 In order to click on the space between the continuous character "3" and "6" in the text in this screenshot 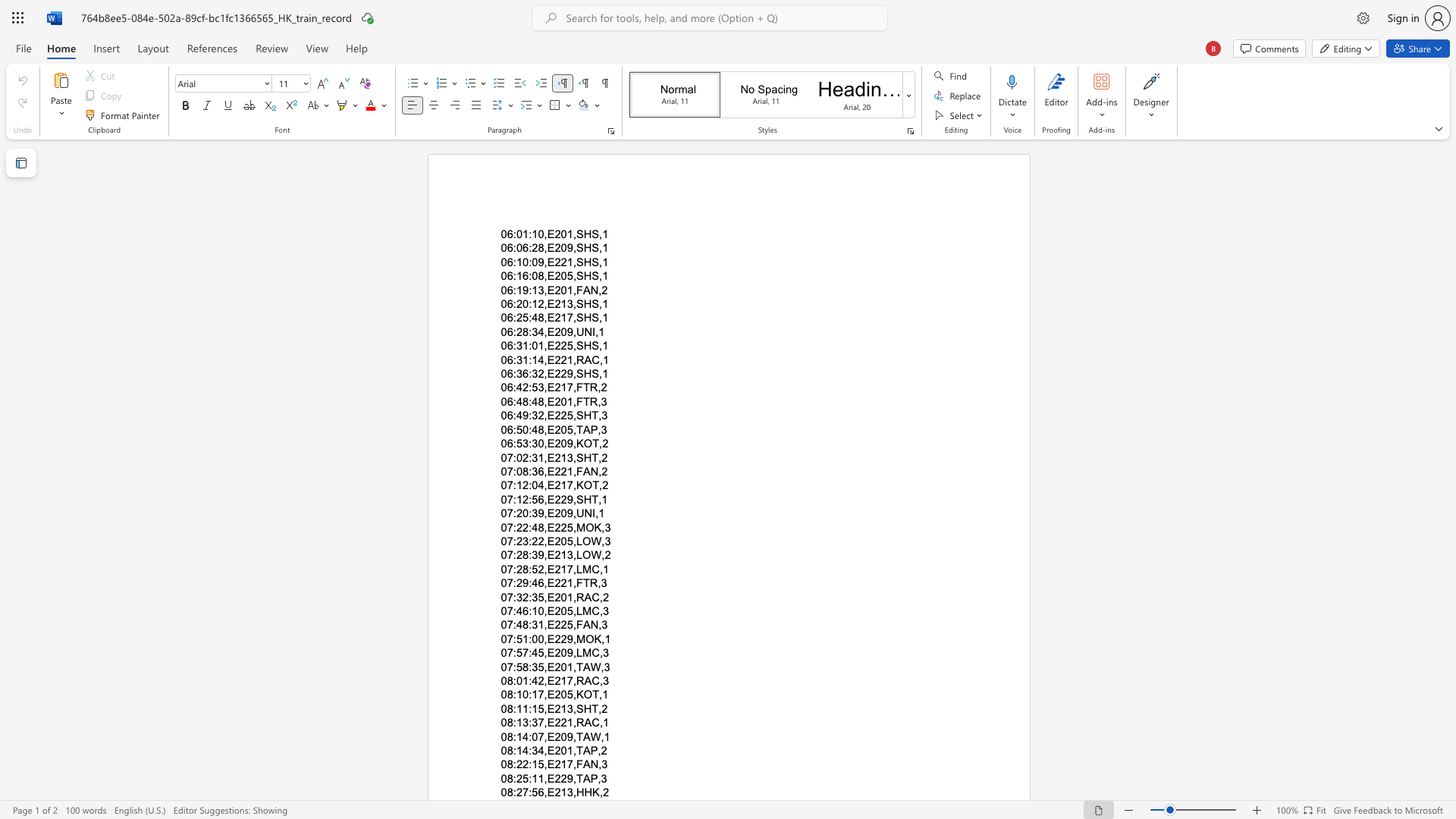, I will do `click(522, 374)`.